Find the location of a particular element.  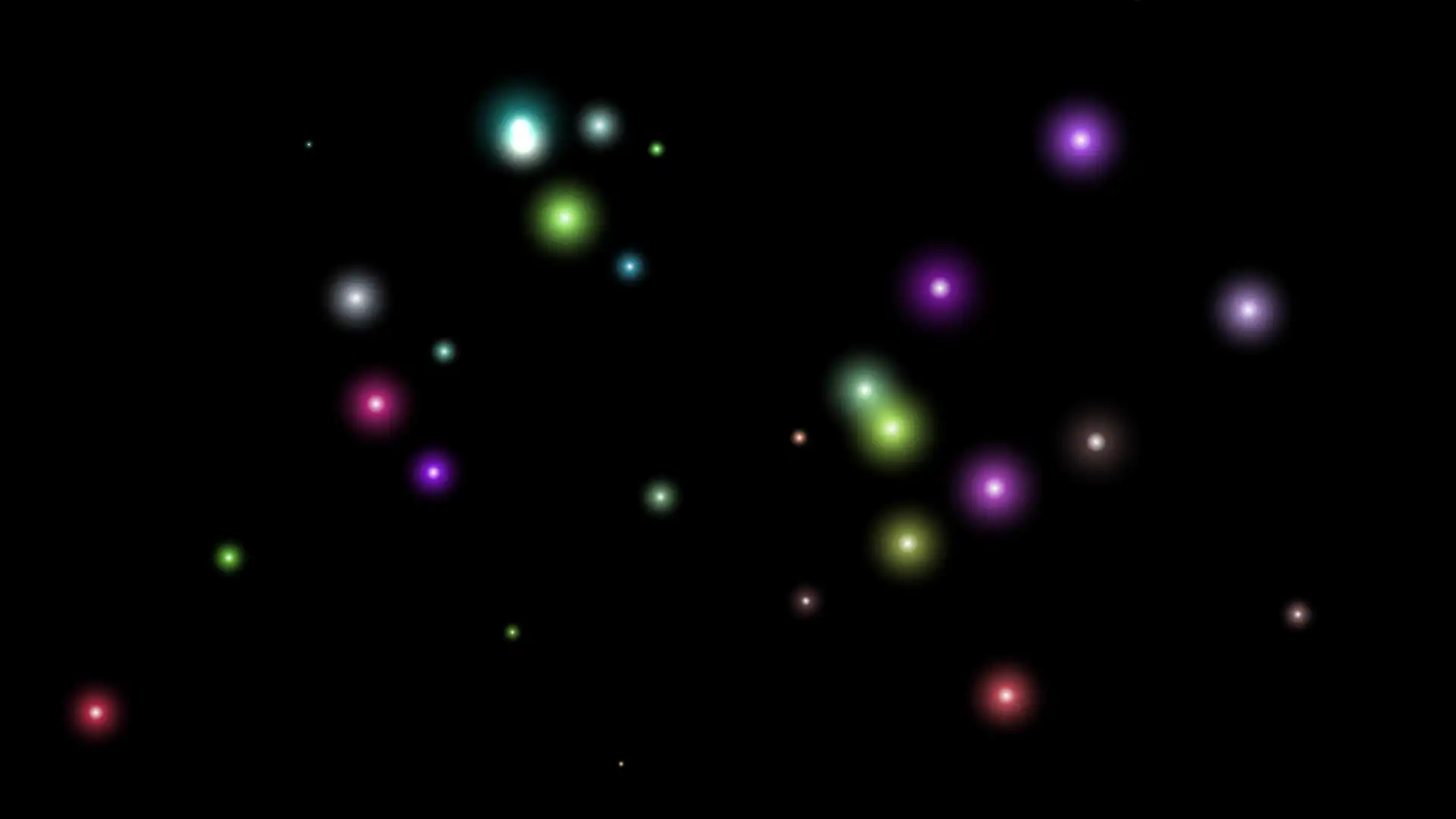

Pause is located at coordinates (140, 14).